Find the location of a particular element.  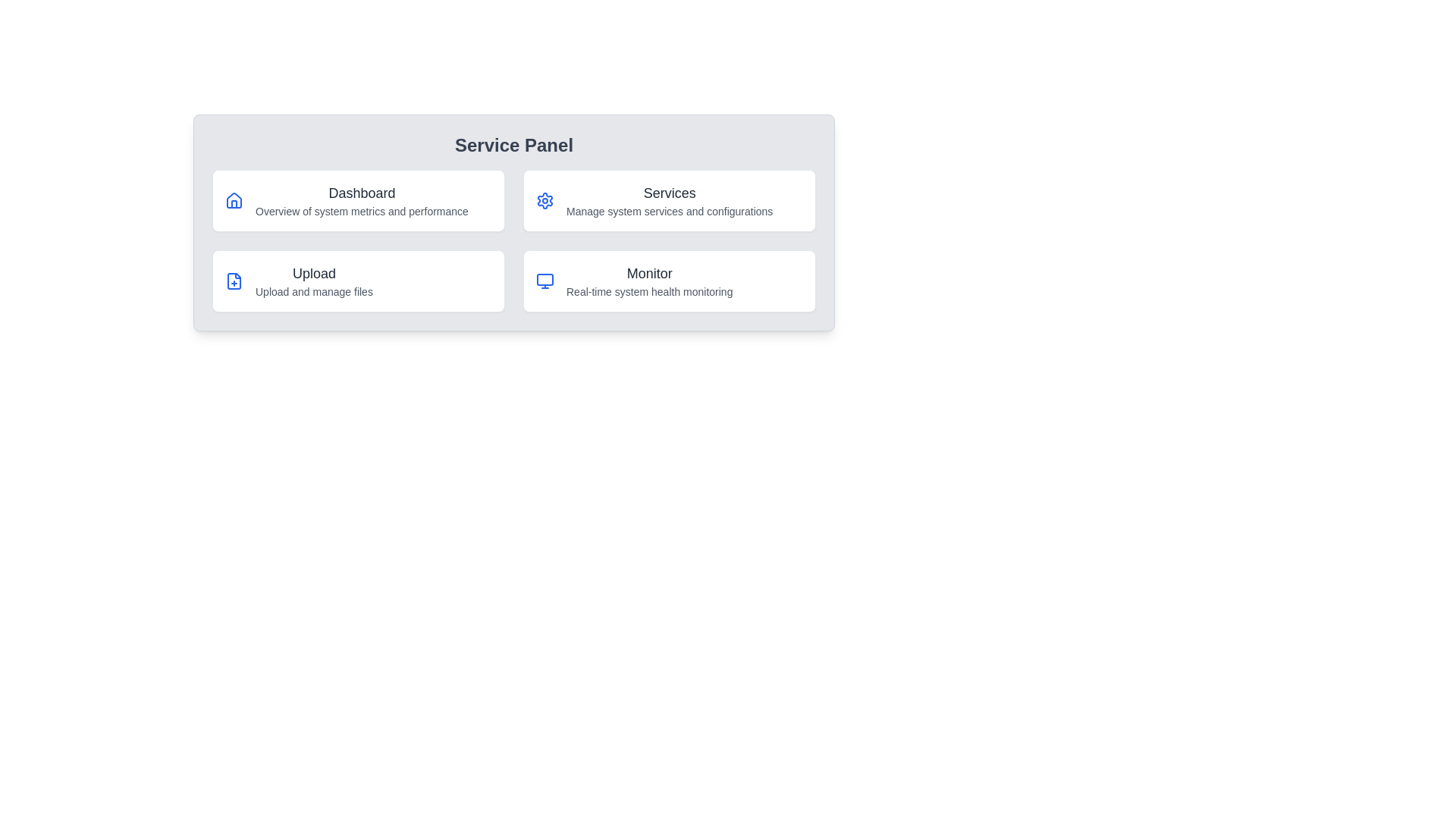

the 'Monitor' text label located in the lower-right corner of the interface's central area is located at coordinates (649, 274).